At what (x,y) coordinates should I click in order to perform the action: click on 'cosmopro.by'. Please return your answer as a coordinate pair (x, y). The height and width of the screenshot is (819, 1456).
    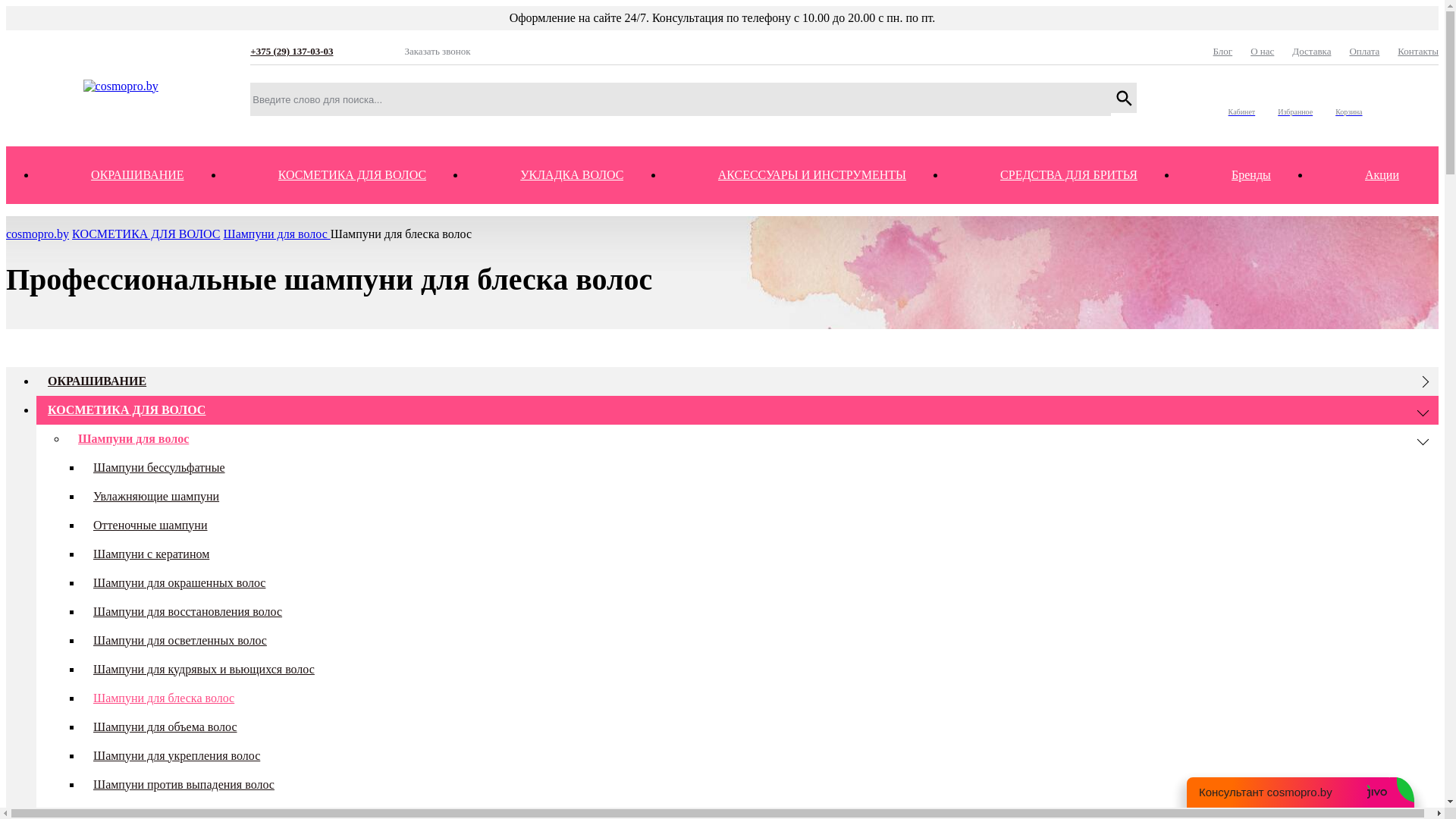
    Looking at the image, I should click on (37, 234).